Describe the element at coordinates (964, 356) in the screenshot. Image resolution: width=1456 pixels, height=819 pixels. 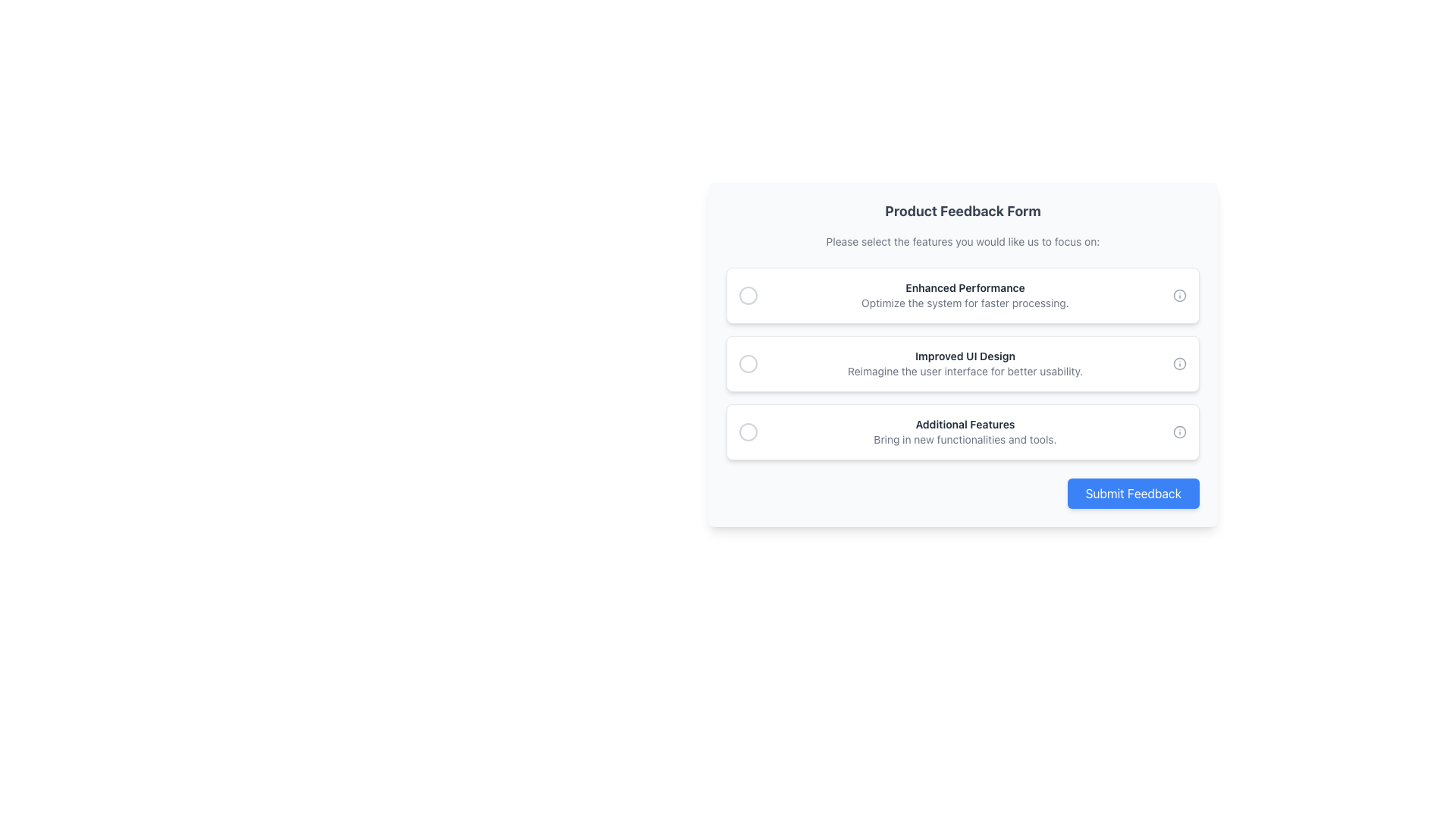
I see `text label displaying 'Improved UI Design' located in the feedback form, positioned above the description text and next to a selection indicator` at that location.